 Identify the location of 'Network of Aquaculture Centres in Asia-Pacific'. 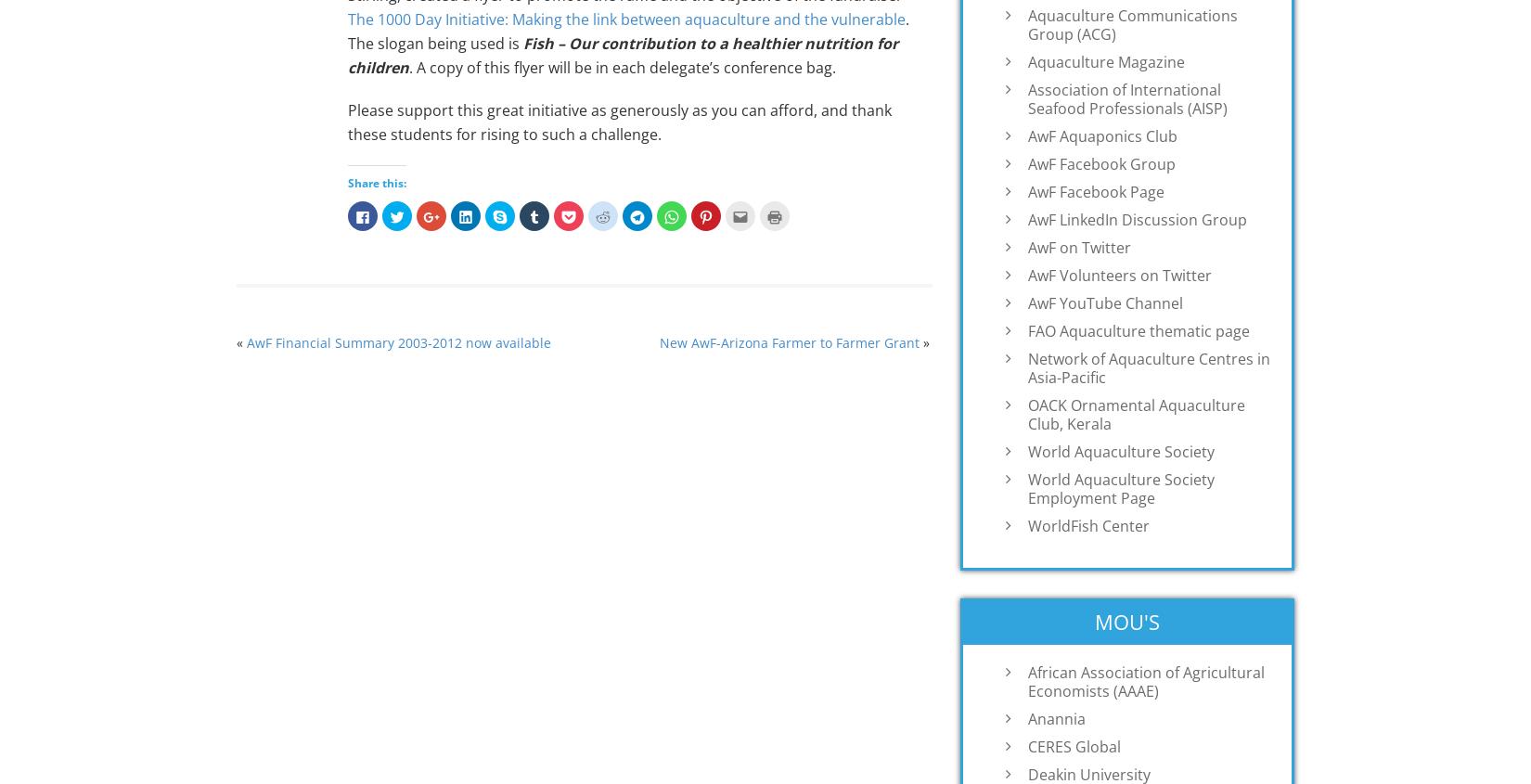
(1149, 366).